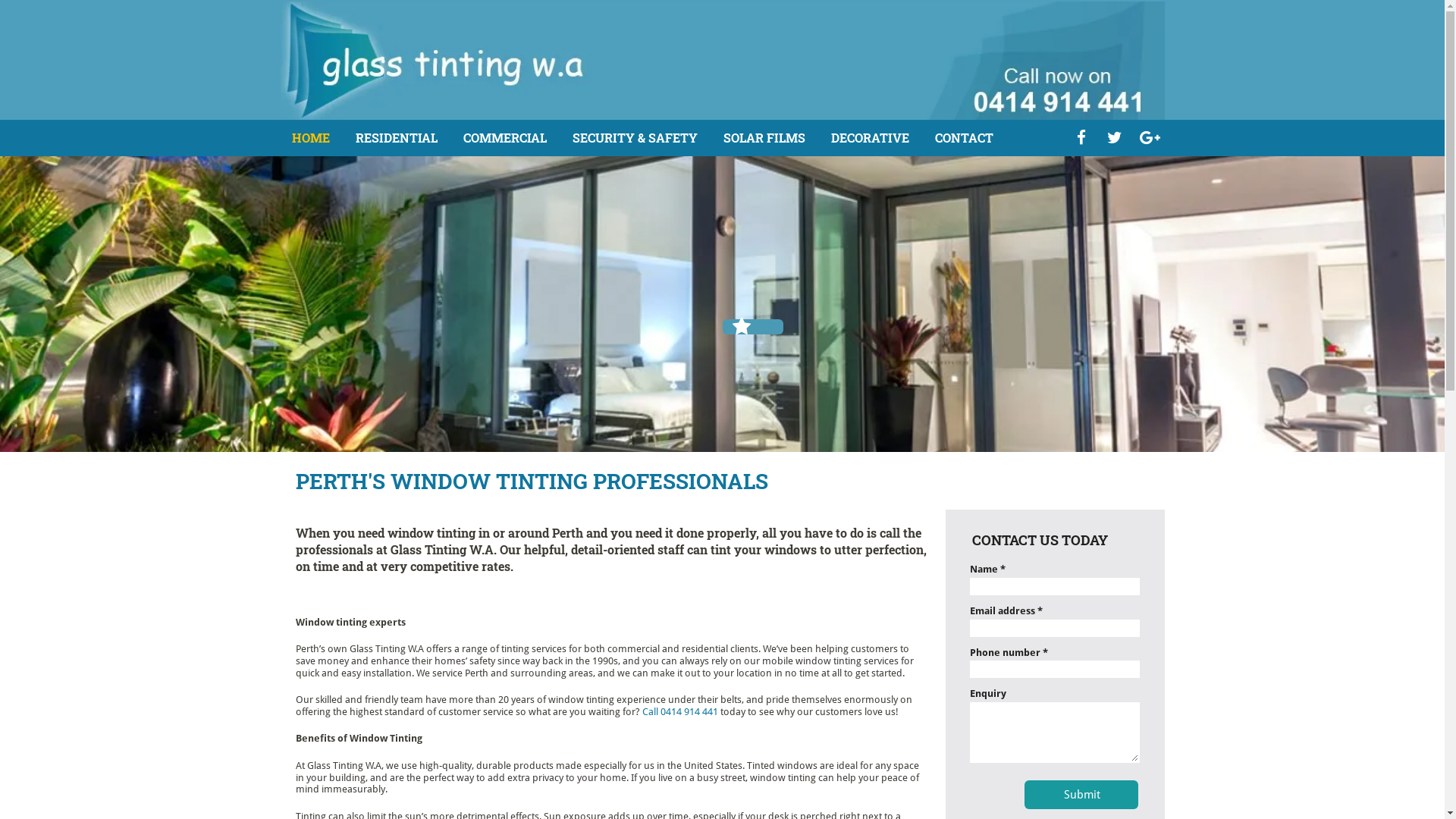 This screenshot has height=819, width=1456. What do you see at coordinates (870, 137) in the screenshot?
I see `'DECORATIVE'` at bounding box center [870, 137].